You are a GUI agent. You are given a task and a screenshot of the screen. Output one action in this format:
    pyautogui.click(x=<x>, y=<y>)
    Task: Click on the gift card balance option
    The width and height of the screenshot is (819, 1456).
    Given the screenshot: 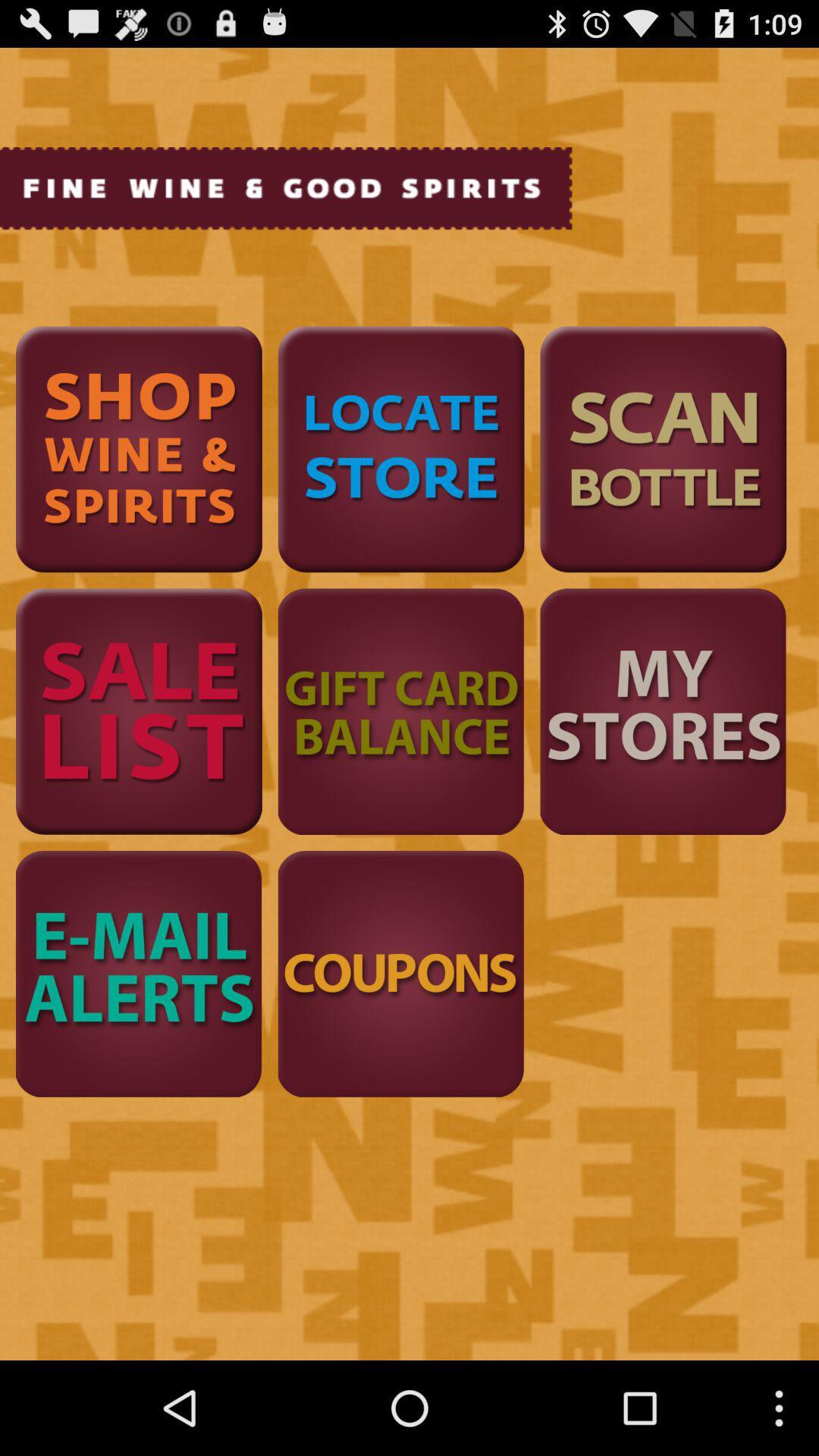 What is the action you would take?
    pyautogui.click(x=400, y=711)
    